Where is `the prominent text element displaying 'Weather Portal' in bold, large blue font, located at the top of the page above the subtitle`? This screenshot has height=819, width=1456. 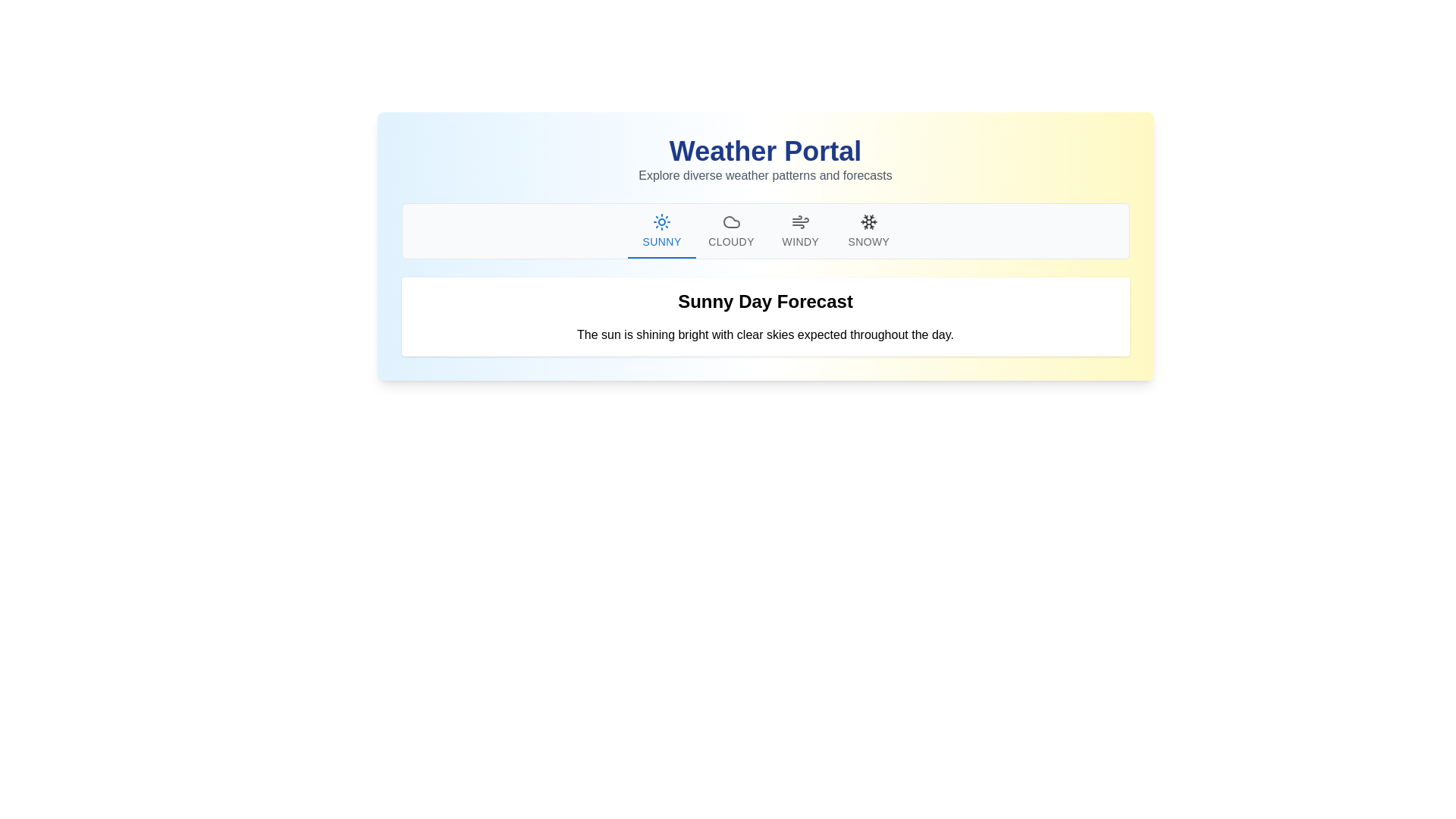 the prominent text element displaying 'Weather Portal' in bold, large blue font, located at the top of the page above the subtitle is located at coordinates (765, 152).